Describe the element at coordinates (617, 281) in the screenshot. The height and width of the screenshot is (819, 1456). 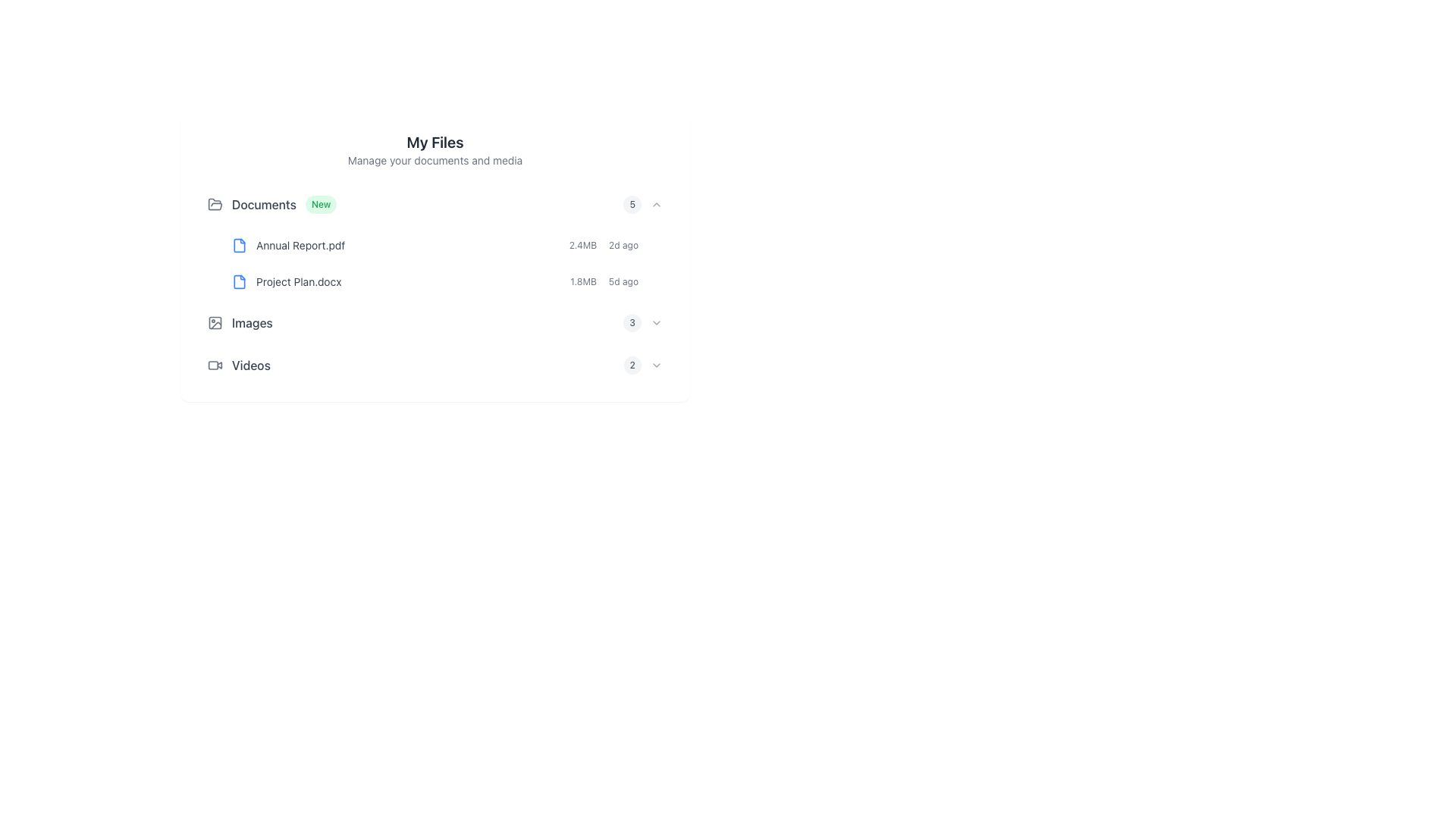
I see `the text component displaying '1.8MB' and '5d ago' in light gray font, located adjacent to the download icon for 'Project Plan.docx'` at that location.